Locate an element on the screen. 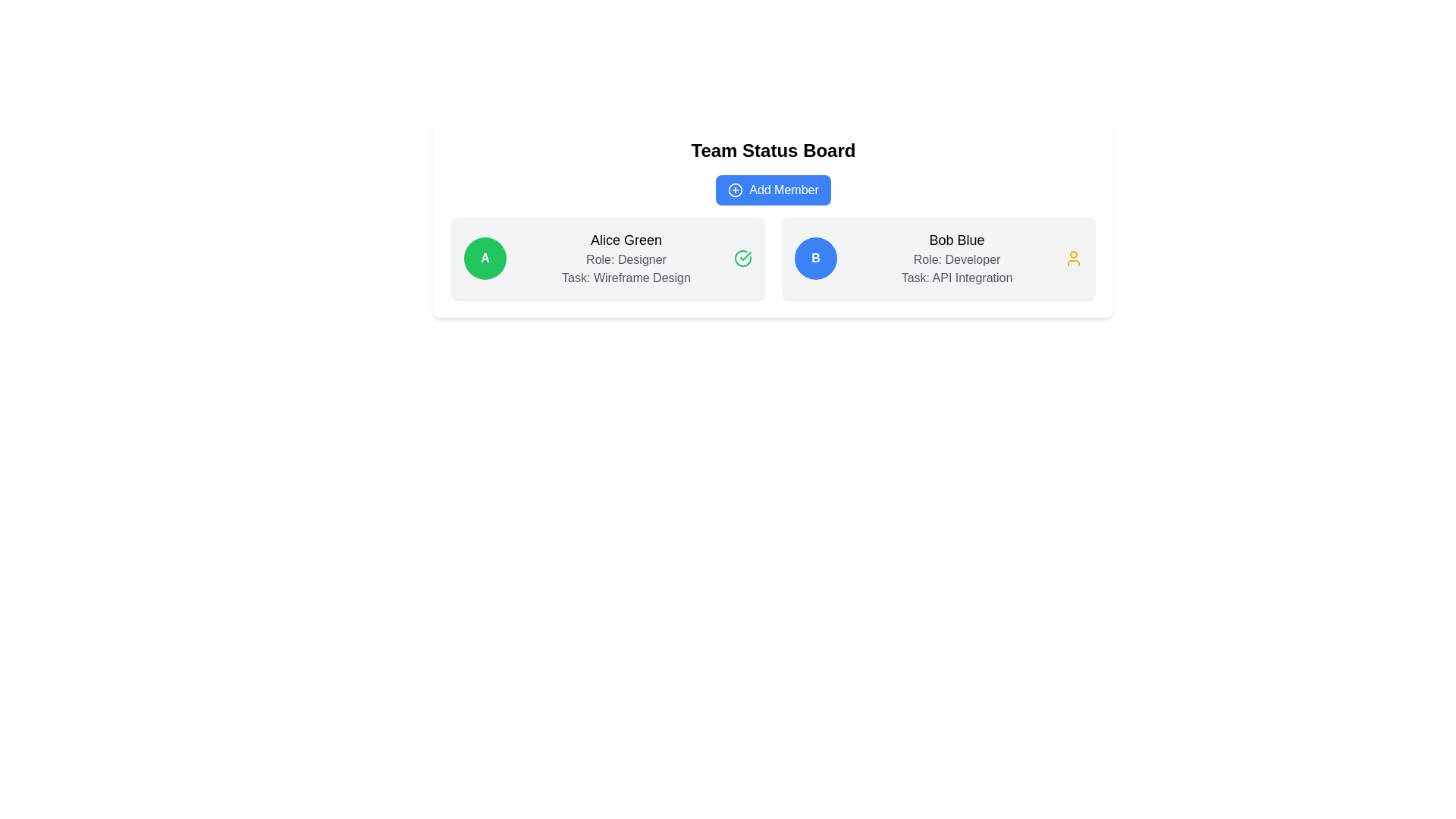 Image resolution: width=1456 pixels, height=819 pixels. the visual status conveyed by the green circular outline with a checkmark in the top-right corner of the 'Alice Green' card under 'Team Status Board' is located at coordinates (742, 257).